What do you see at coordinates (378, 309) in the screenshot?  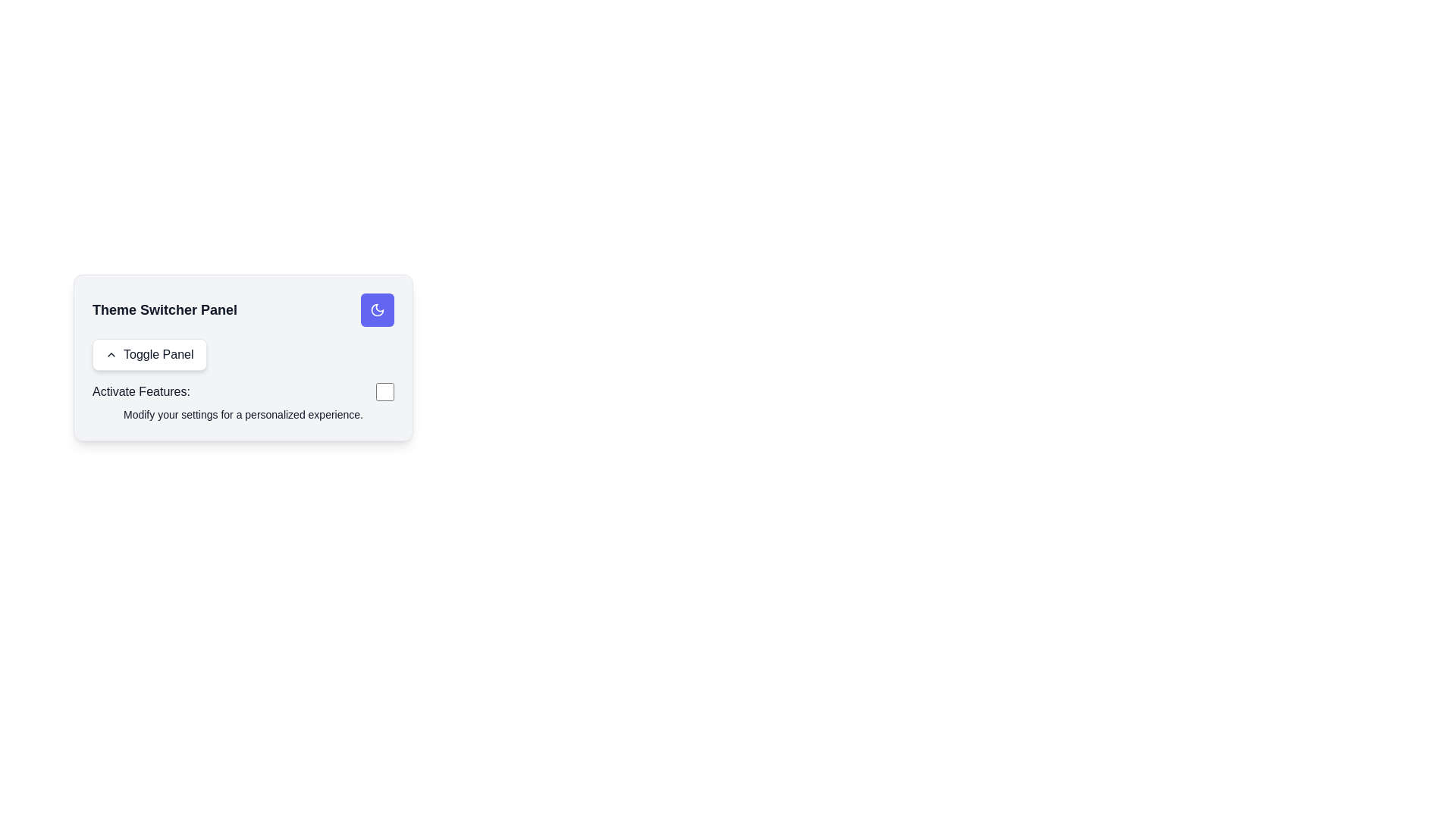 I see `the square button with rounded corners filled with an indigo background and a white crescent moon icon` at bounding box center [378, 309].